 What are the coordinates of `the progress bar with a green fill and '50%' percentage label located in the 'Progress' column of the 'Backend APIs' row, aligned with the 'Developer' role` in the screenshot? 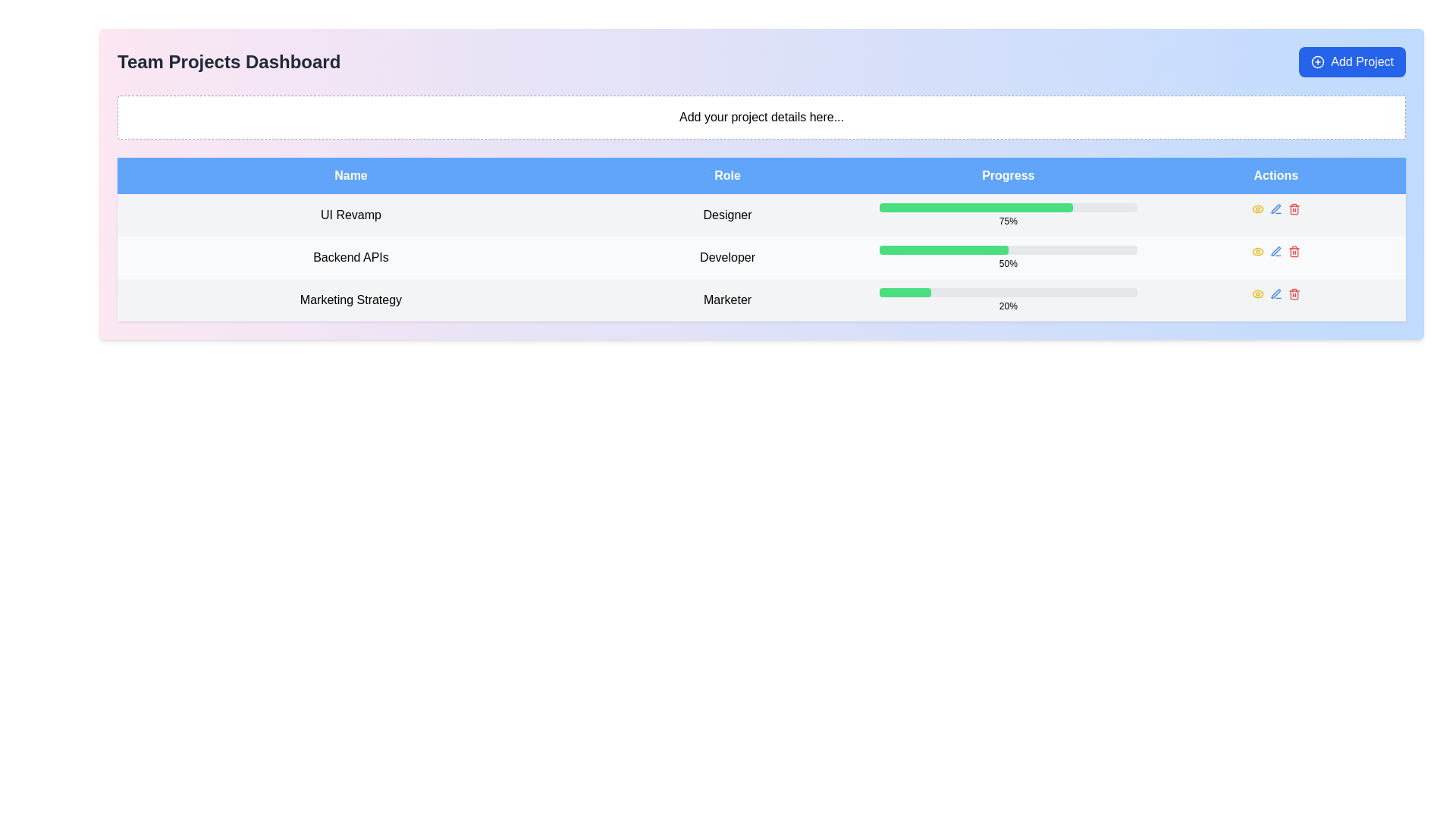 It's located at (1008, 256).